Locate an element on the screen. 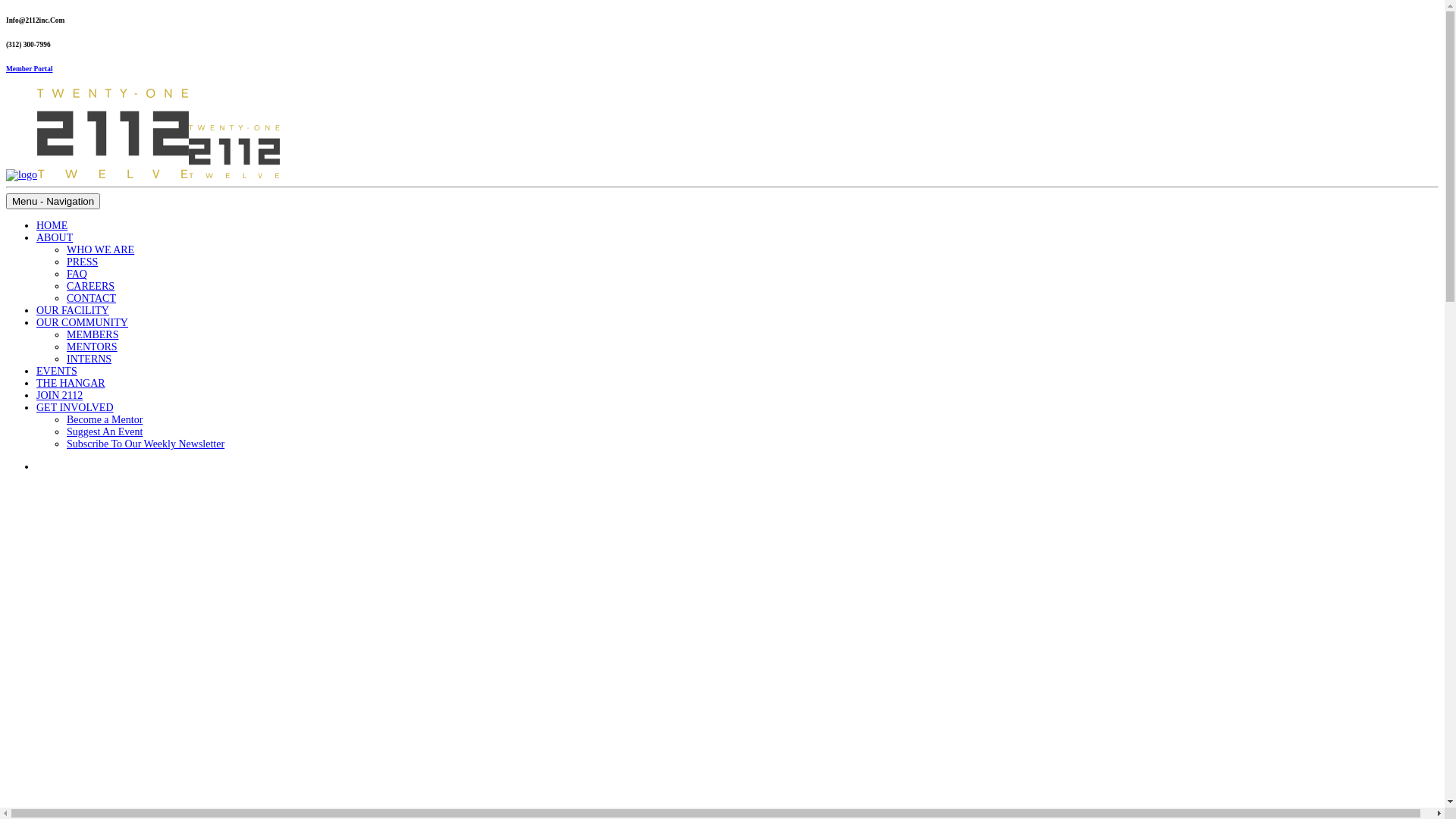 The height and width of the screenshot is (819, 1456). 'JOIN 2112' is located at coordinates (59, 394).